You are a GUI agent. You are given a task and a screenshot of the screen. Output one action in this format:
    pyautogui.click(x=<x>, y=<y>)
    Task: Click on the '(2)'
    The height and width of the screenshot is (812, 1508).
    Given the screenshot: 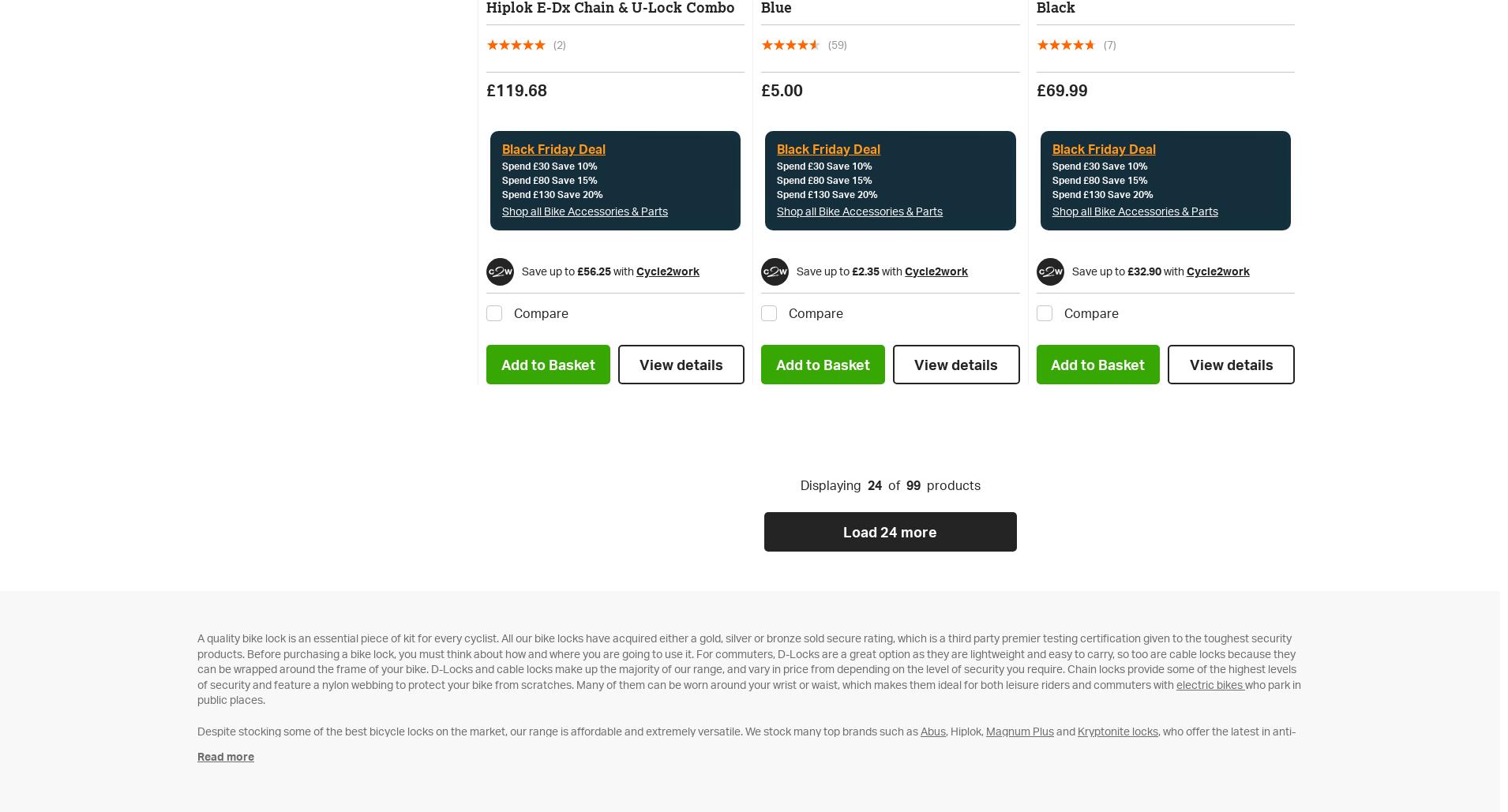 What is the action you would take?
    pyautogui.click(x=552, y=43)
    